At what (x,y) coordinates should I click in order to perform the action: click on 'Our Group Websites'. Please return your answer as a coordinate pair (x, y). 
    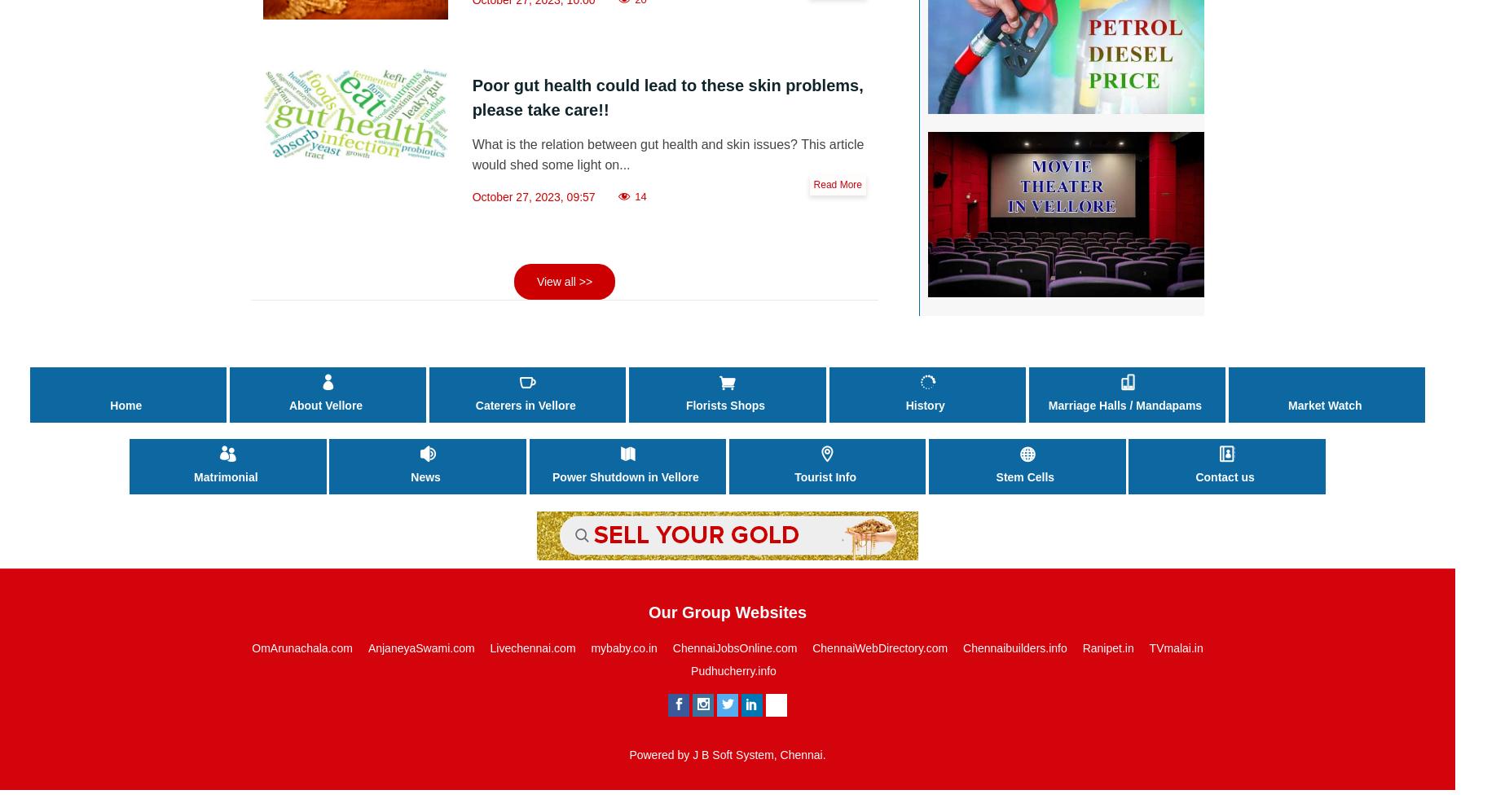
    Looking at the image, I should click on (647, 612).